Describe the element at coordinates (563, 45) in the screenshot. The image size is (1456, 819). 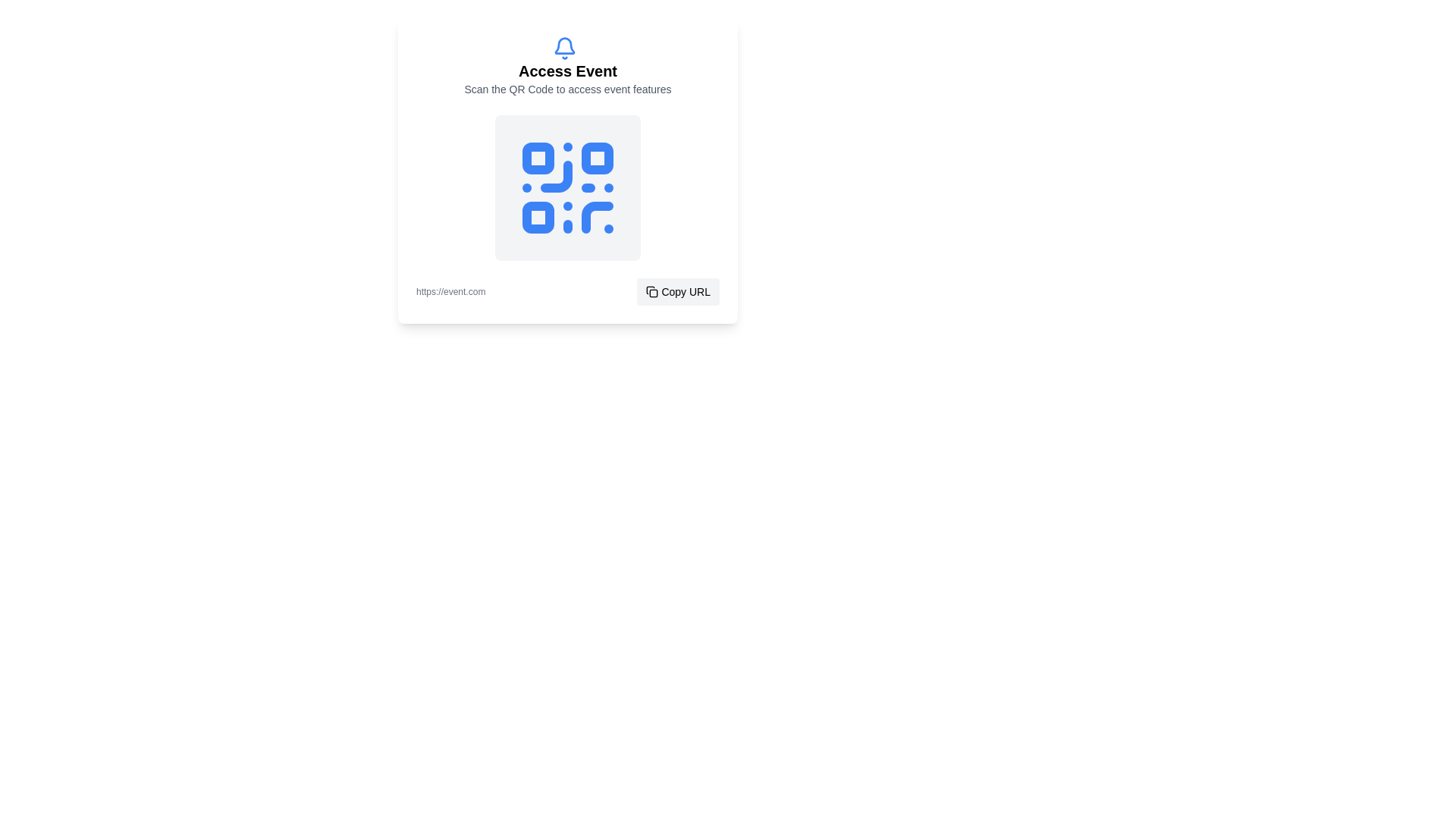
I see `the blue bell icon component located near the top-right corner of the interface` at that location.